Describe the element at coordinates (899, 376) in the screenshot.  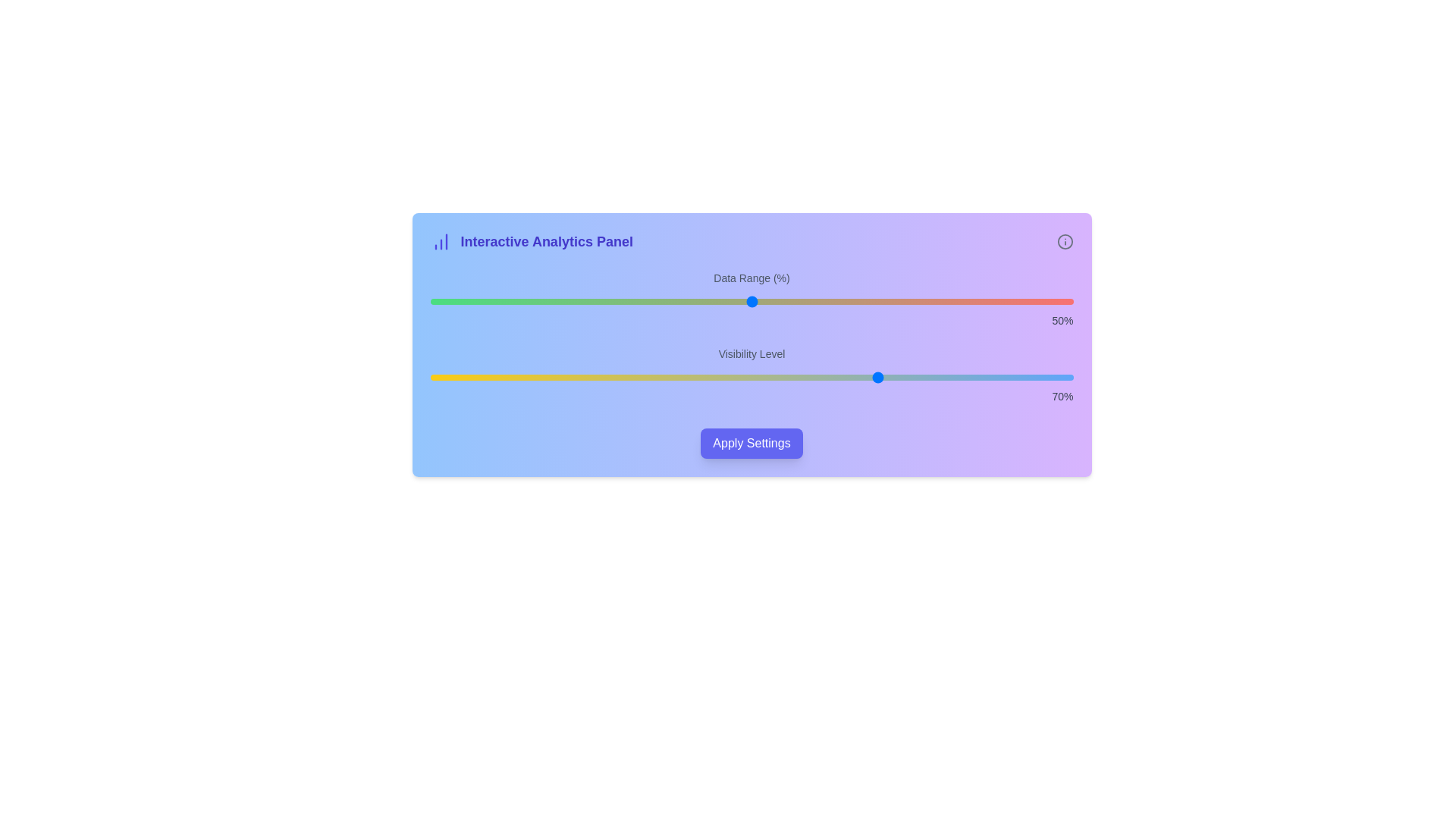
I see `the 'Visibility Level' slider to set its value to 73%` at that location.